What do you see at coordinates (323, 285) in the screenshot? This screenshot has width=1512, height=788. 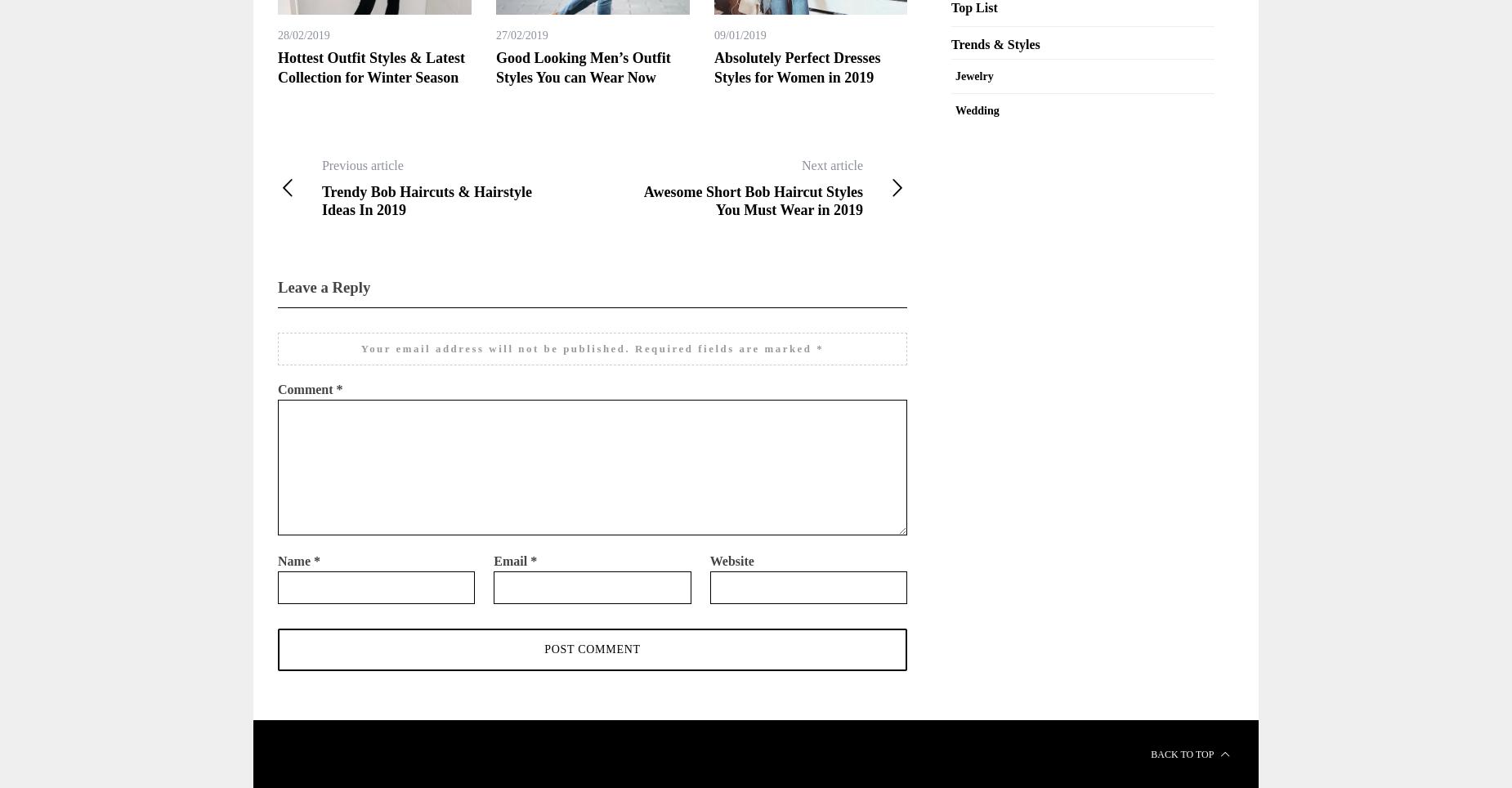 I see `'Leave a Reply'` at bounding box center [323, 285].